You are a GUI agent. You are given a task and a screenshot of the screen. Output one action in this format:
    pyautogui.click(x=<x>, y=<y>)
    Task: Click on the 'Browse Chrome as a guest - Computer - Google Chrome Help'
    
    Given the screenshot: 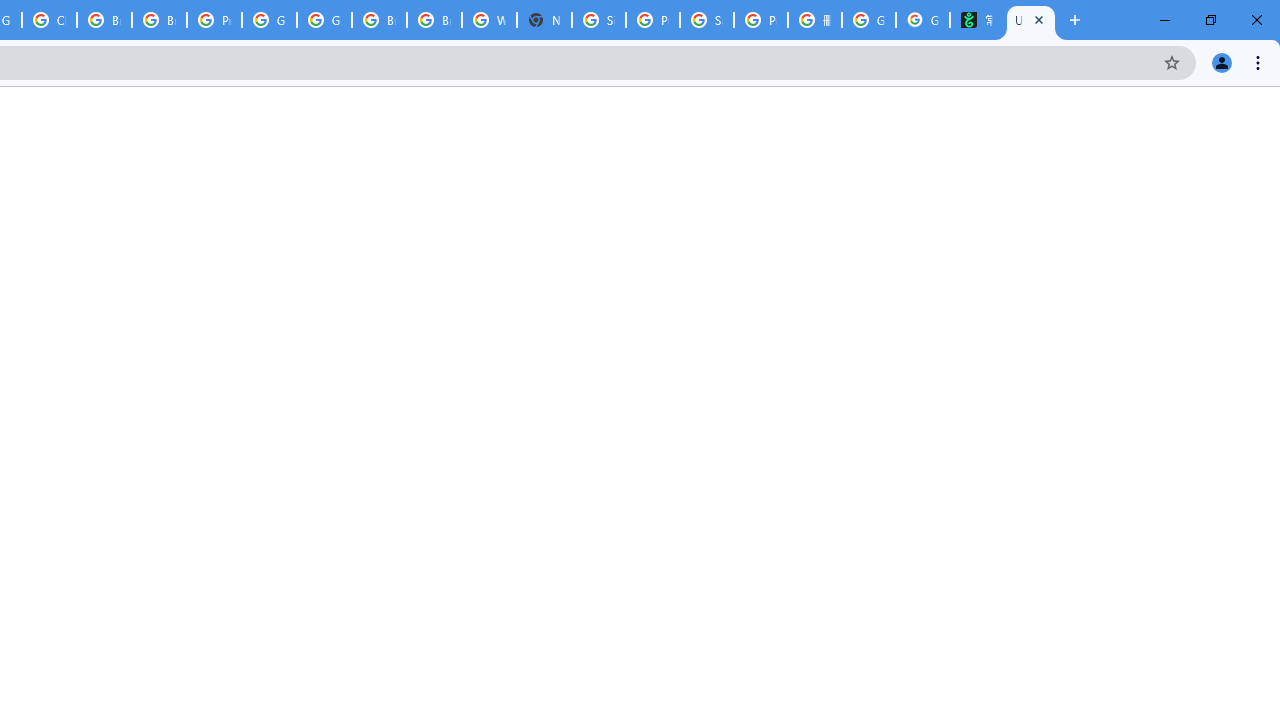 What is the action you would take?
    pyautogui.click(x=379, y=20)
    